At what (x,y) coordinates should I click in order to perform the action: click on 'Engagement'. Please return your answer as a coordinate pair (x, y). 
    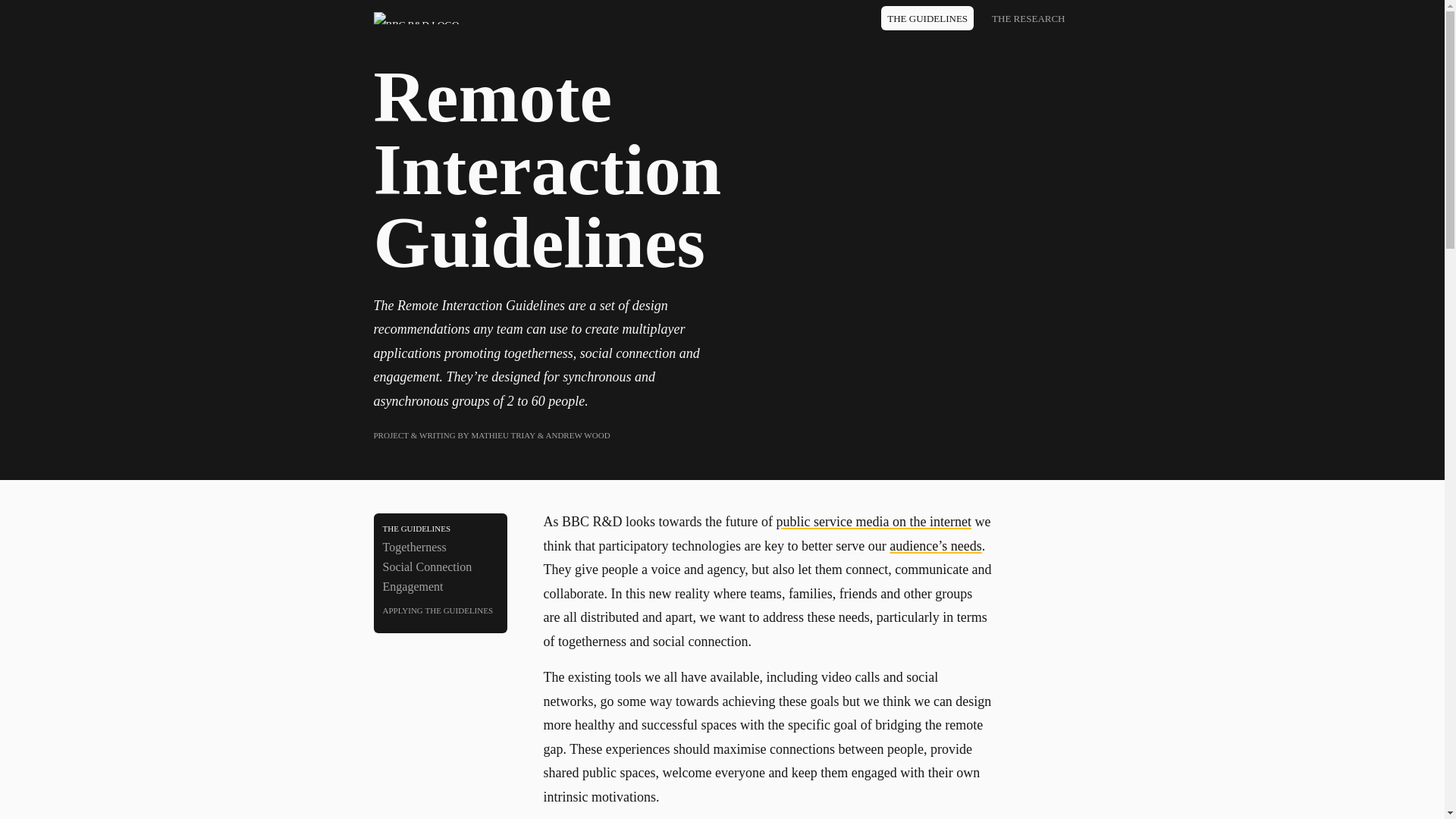
    Looking at the image, I should click on (439, 586).